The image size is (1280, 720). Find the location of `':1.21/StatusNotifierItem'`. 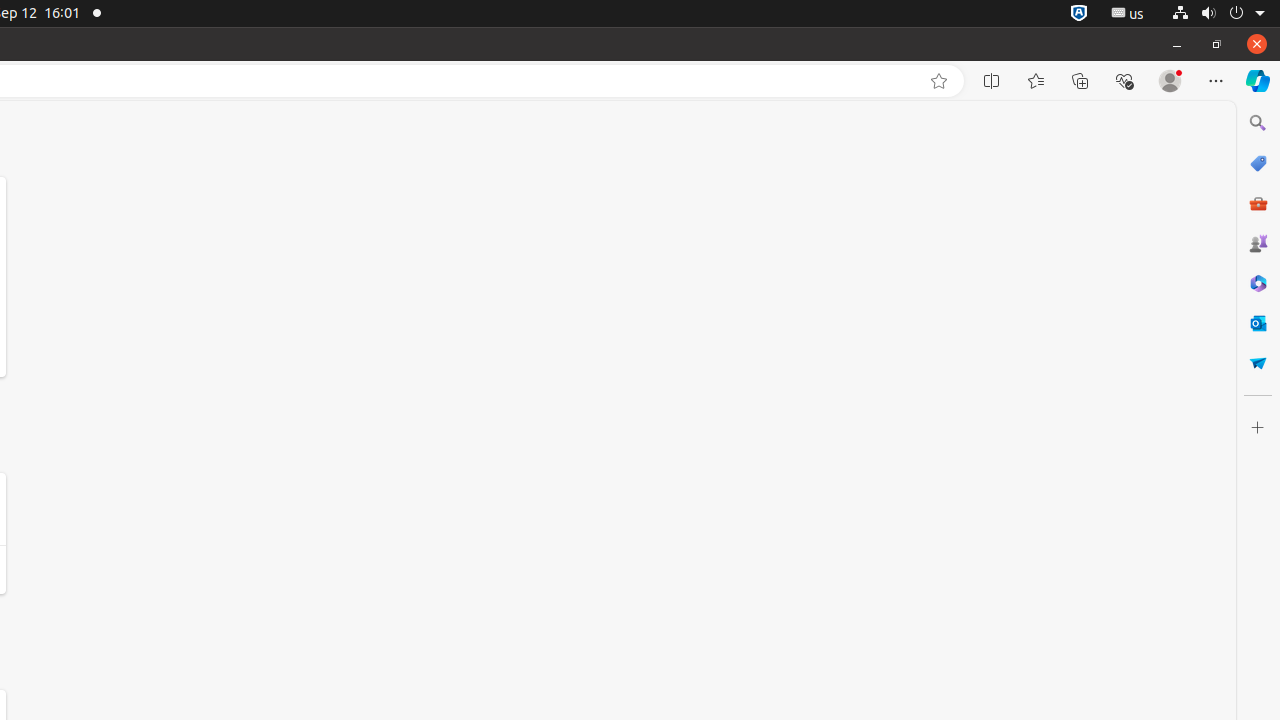

':1.21/StatusNotifierItem' is located at coordinates (1127, 13).